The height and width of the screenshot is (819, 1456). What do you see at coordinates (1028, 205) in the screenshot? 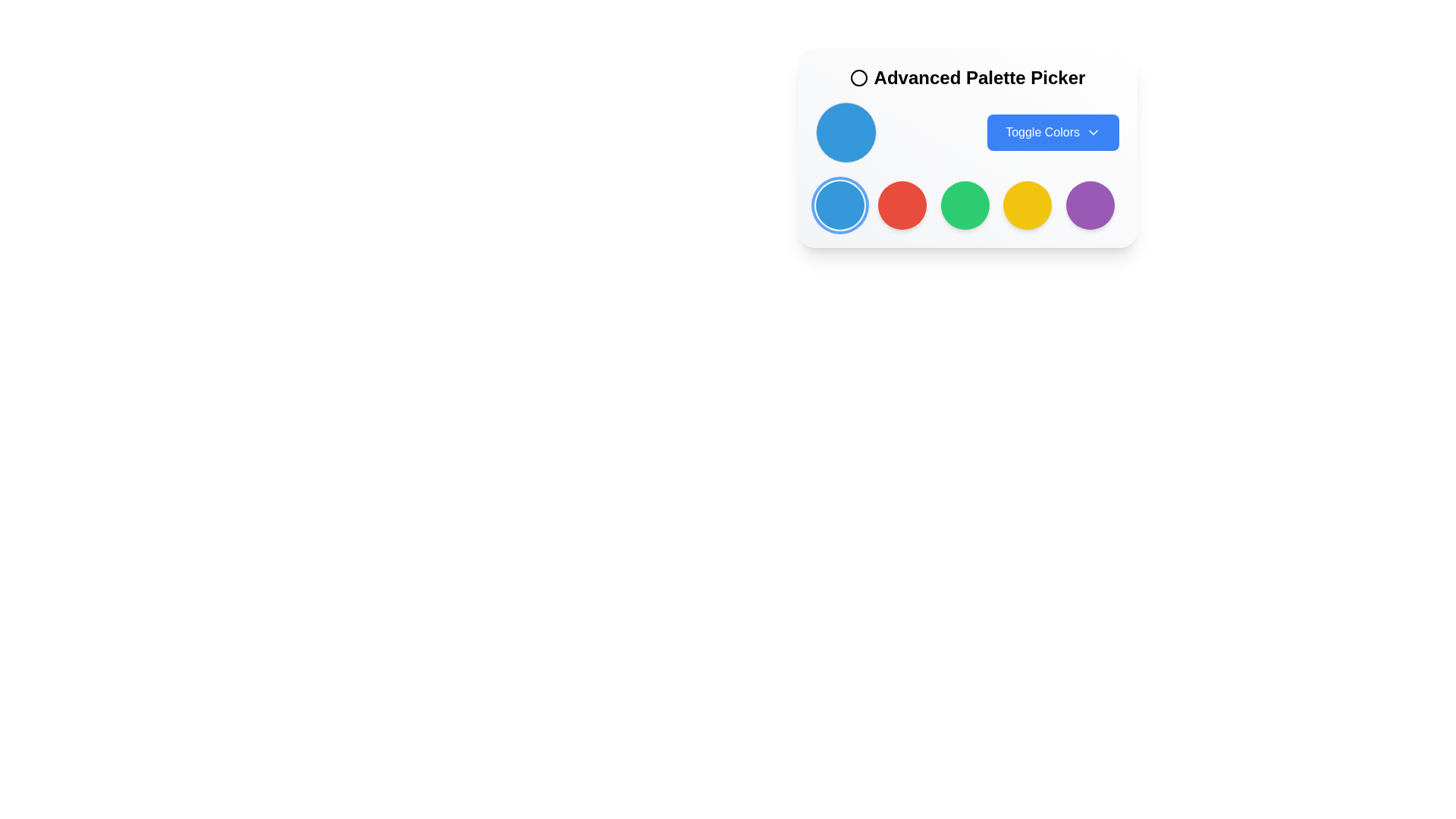
I see `the circular button with a vibrant yellow background, which is the fourth button in a row of circular buttons` at bounding box center [1028, 205].